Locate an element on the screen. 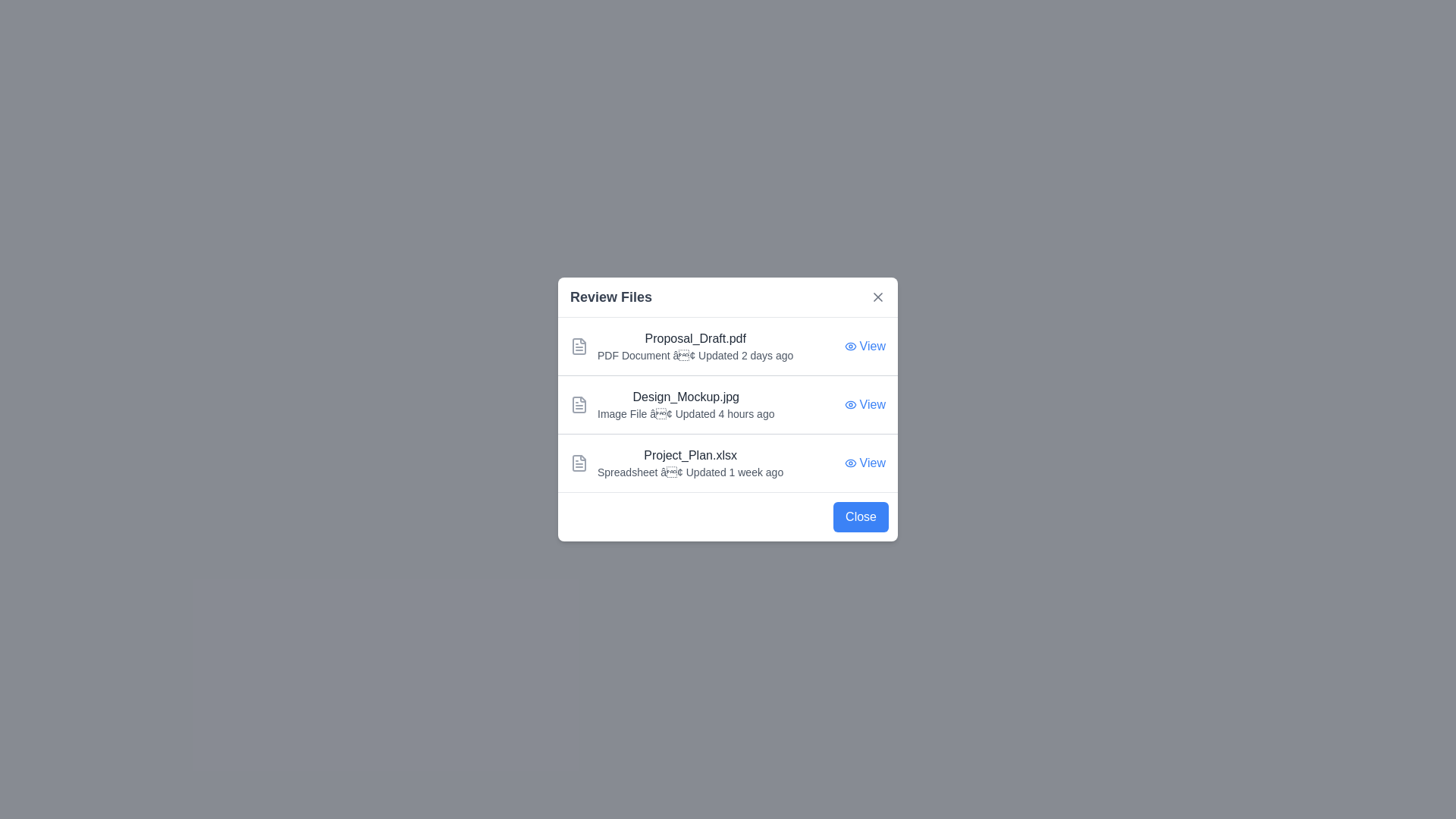  the 'Close' button to close the dialog is located at coordinates (861, 516).